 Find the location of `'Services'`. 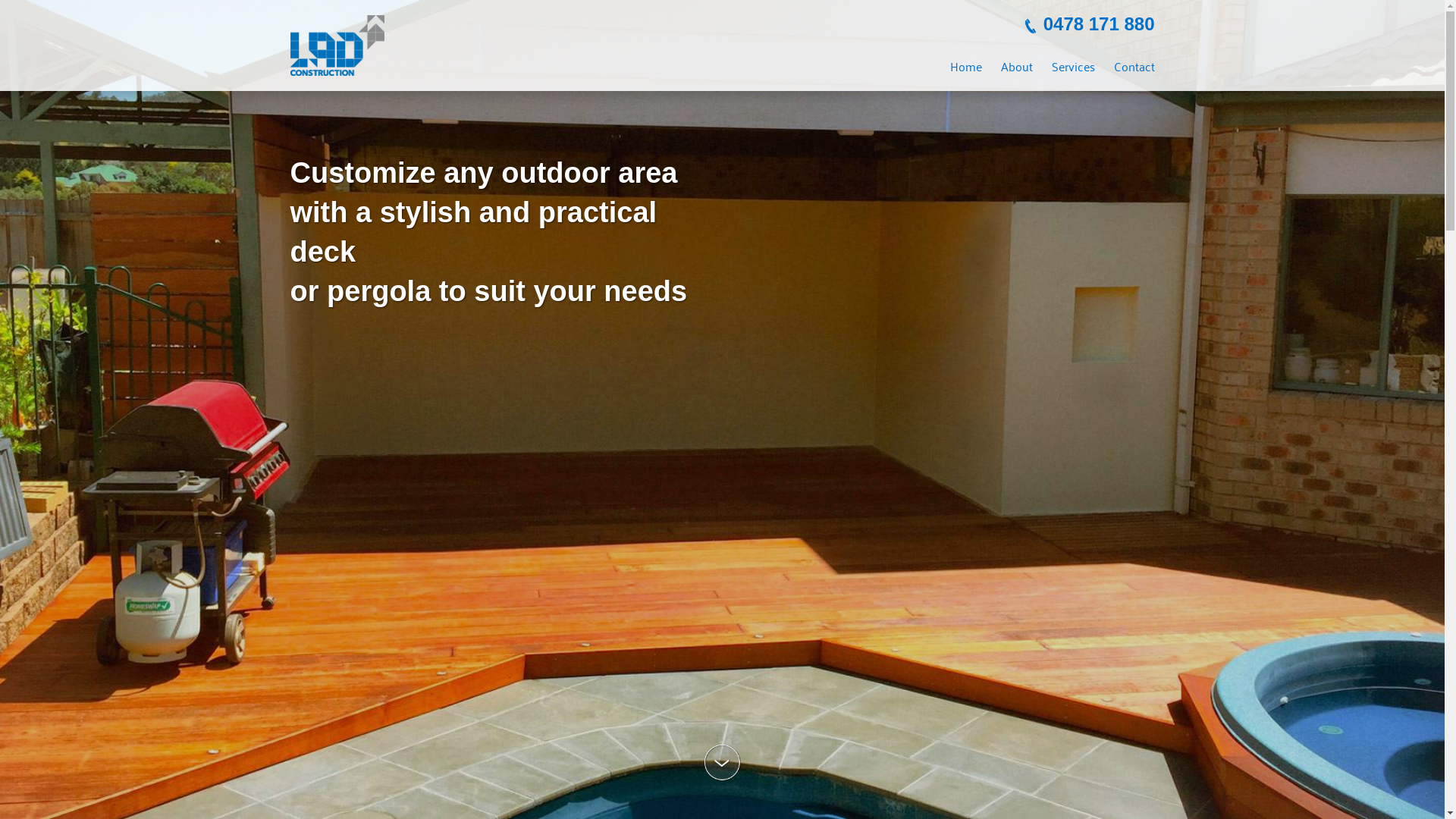

'Services' is located at coordinates (1072, 65).